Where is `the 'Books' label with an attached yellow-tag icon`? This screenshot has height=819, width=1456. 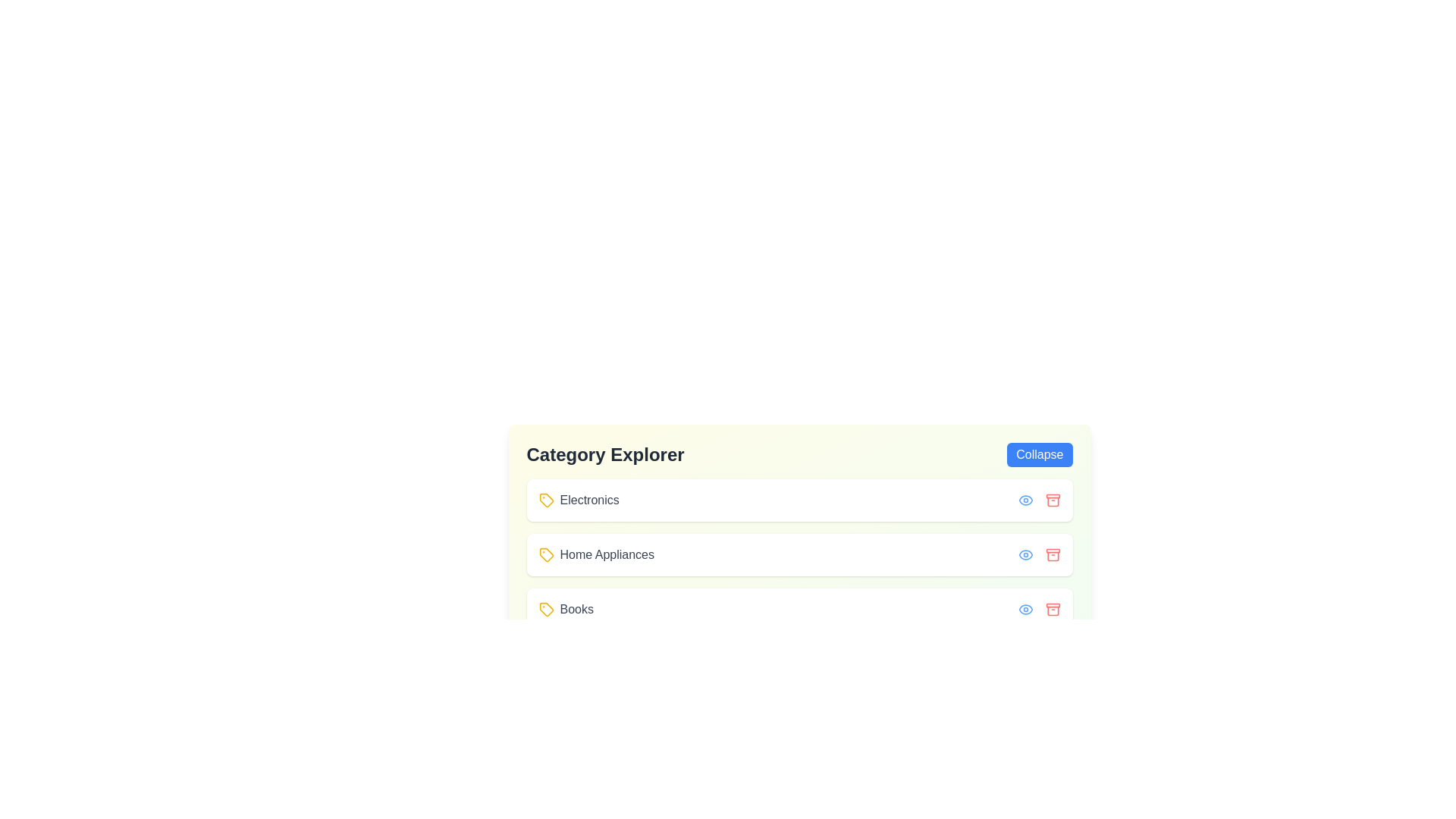 the 'Books' label with an attached yellow-tag icon is located at coordinates (565, 608).